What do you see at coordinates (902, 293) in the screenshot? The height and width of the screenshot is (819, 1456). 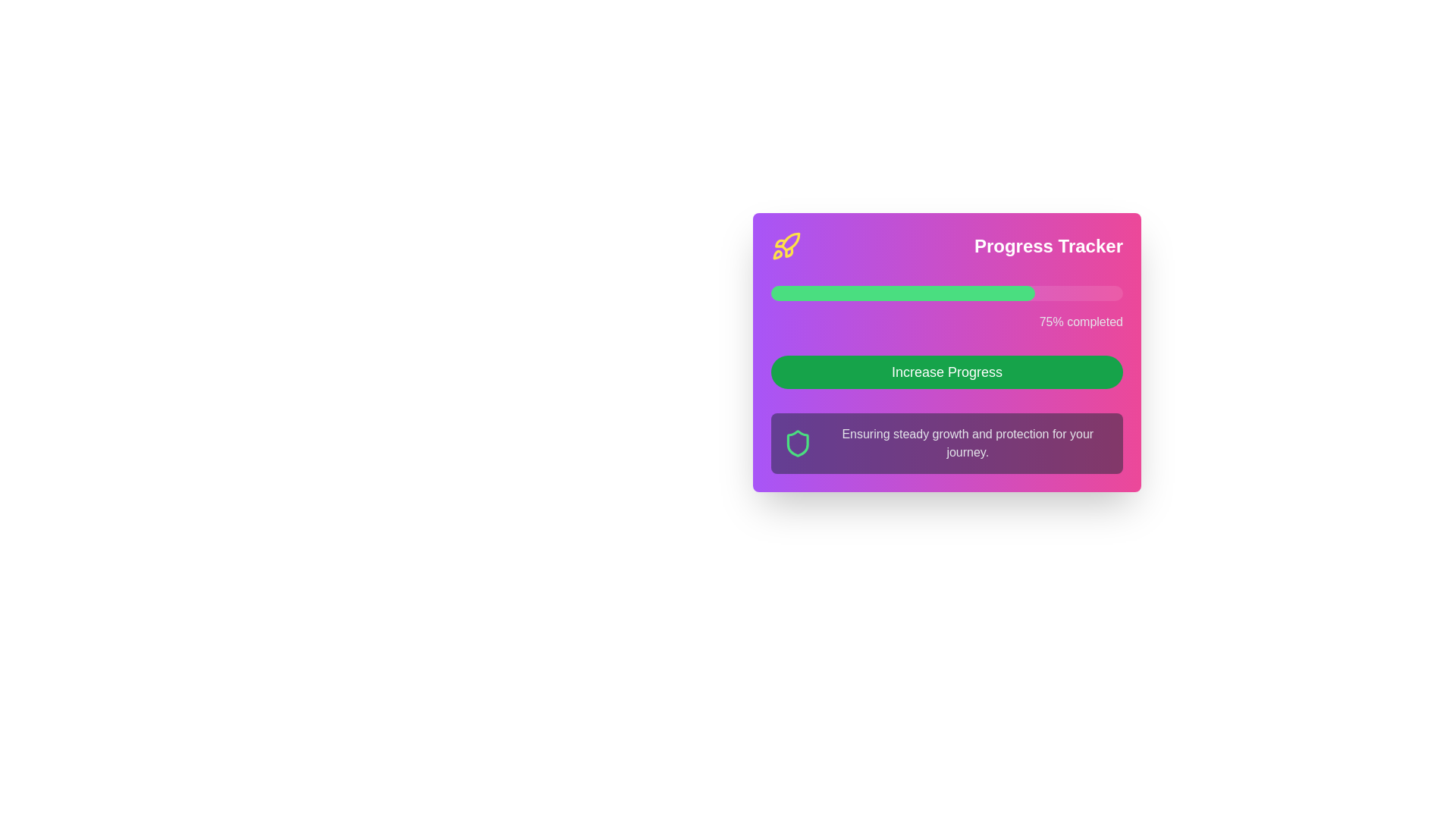 I see `the filled section of the progress bar in the Progress Tracker, which indicates 75% completion` at bounding box center [902, 293].